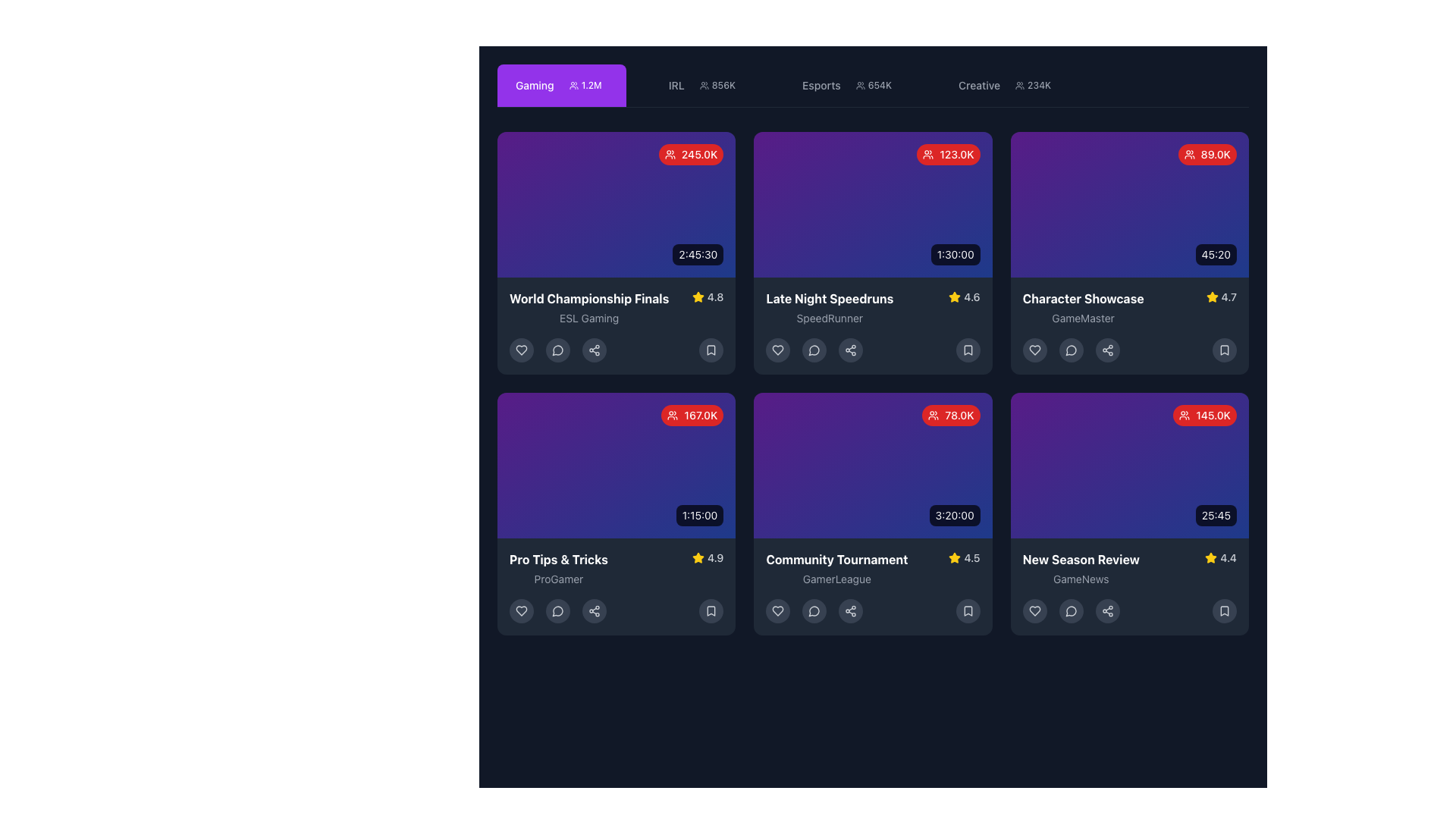  Describe the element at coordinates (704, 85) in the screenshot. I see `the 'IRL' tab-like button with dark background and light gray text` at that location.